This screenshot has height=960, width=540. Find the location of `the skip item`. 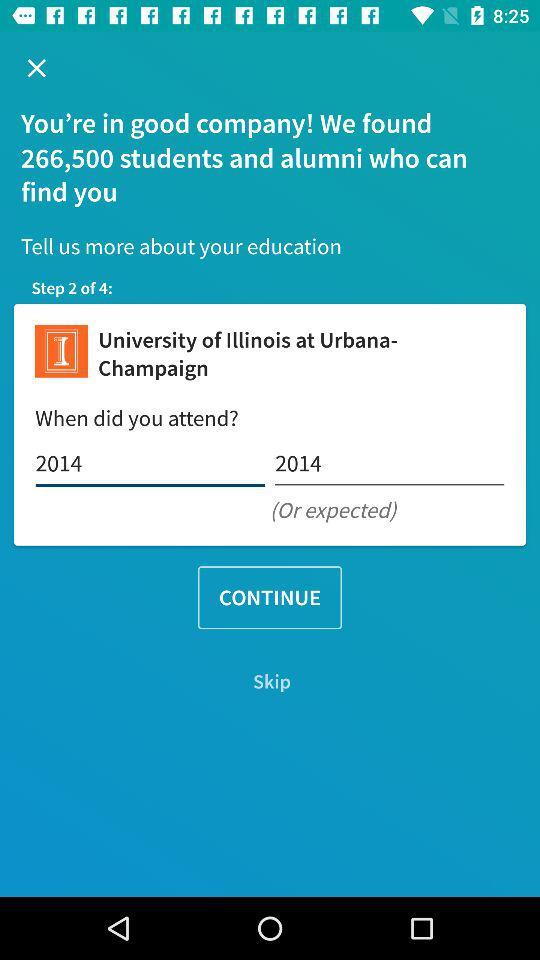

the skip item is located at coordinates (270, 681).